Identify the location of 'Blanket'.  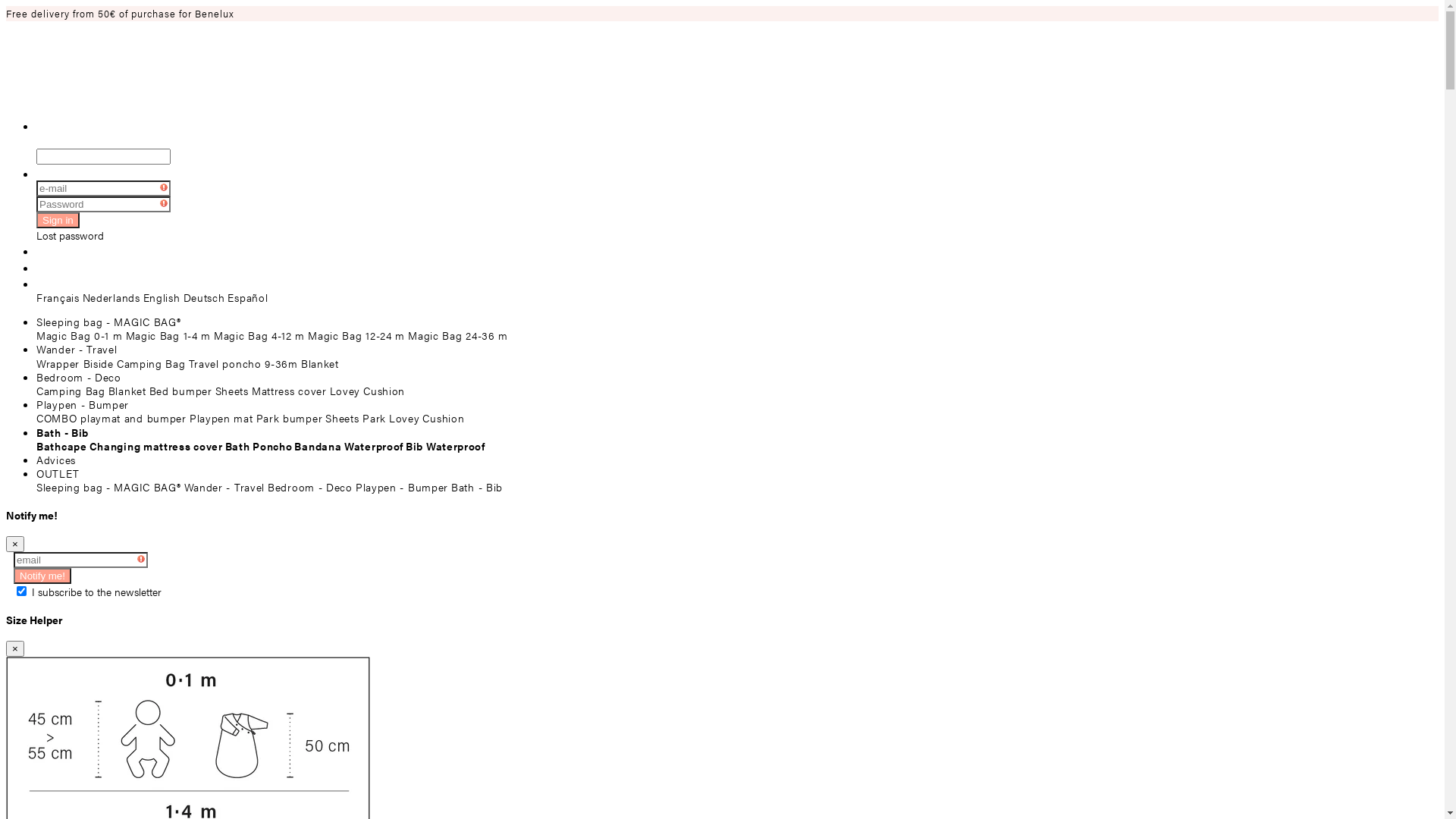
(319, 362).